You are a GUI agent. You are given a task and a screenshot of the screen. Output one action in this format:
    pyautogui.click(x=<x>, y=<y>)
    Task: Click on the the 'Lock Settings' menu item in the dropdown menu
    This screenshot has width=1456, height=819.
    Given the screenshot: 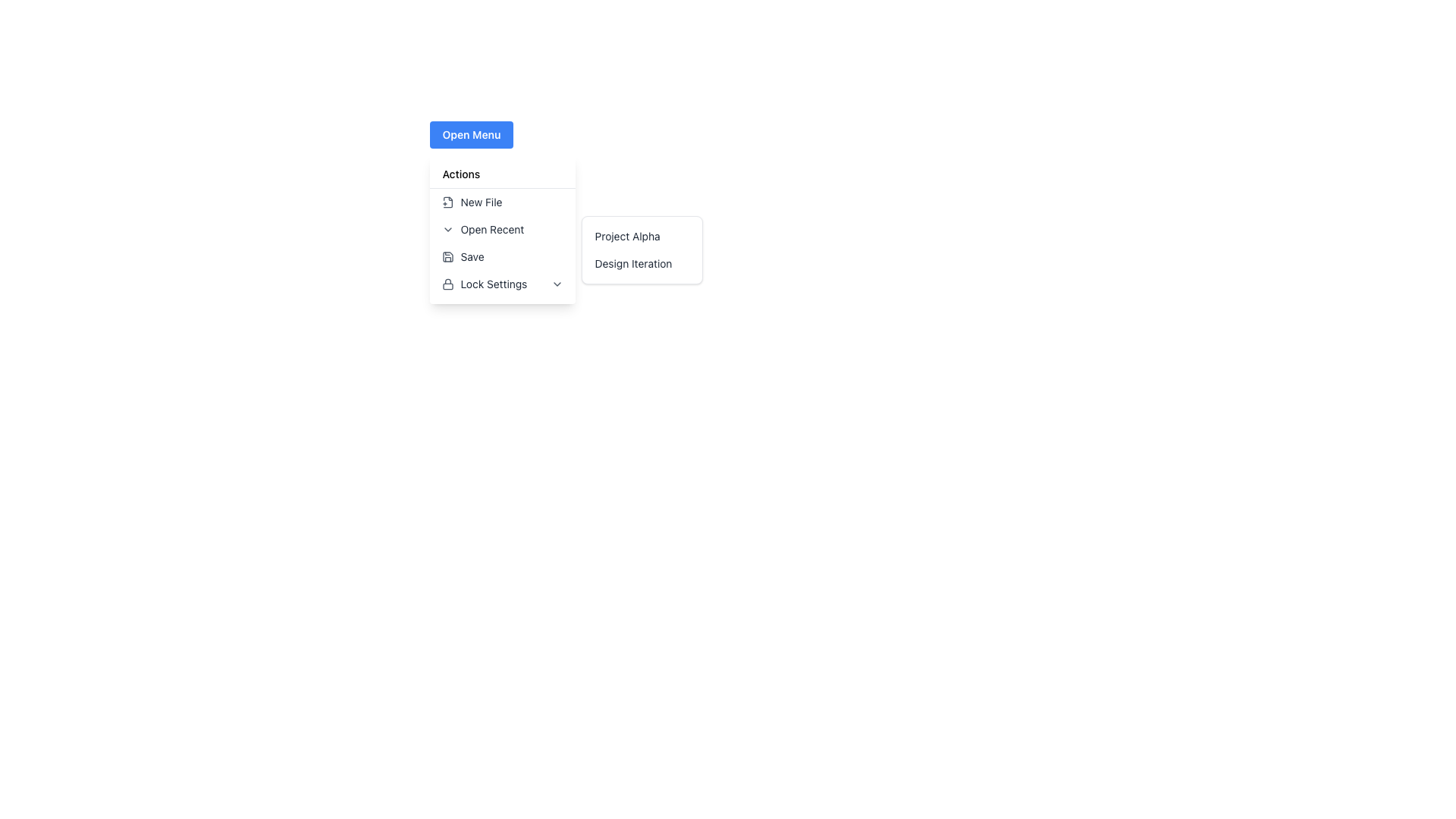 What is the action you would take?
    pyautogui.click(x=503, y=284)
    